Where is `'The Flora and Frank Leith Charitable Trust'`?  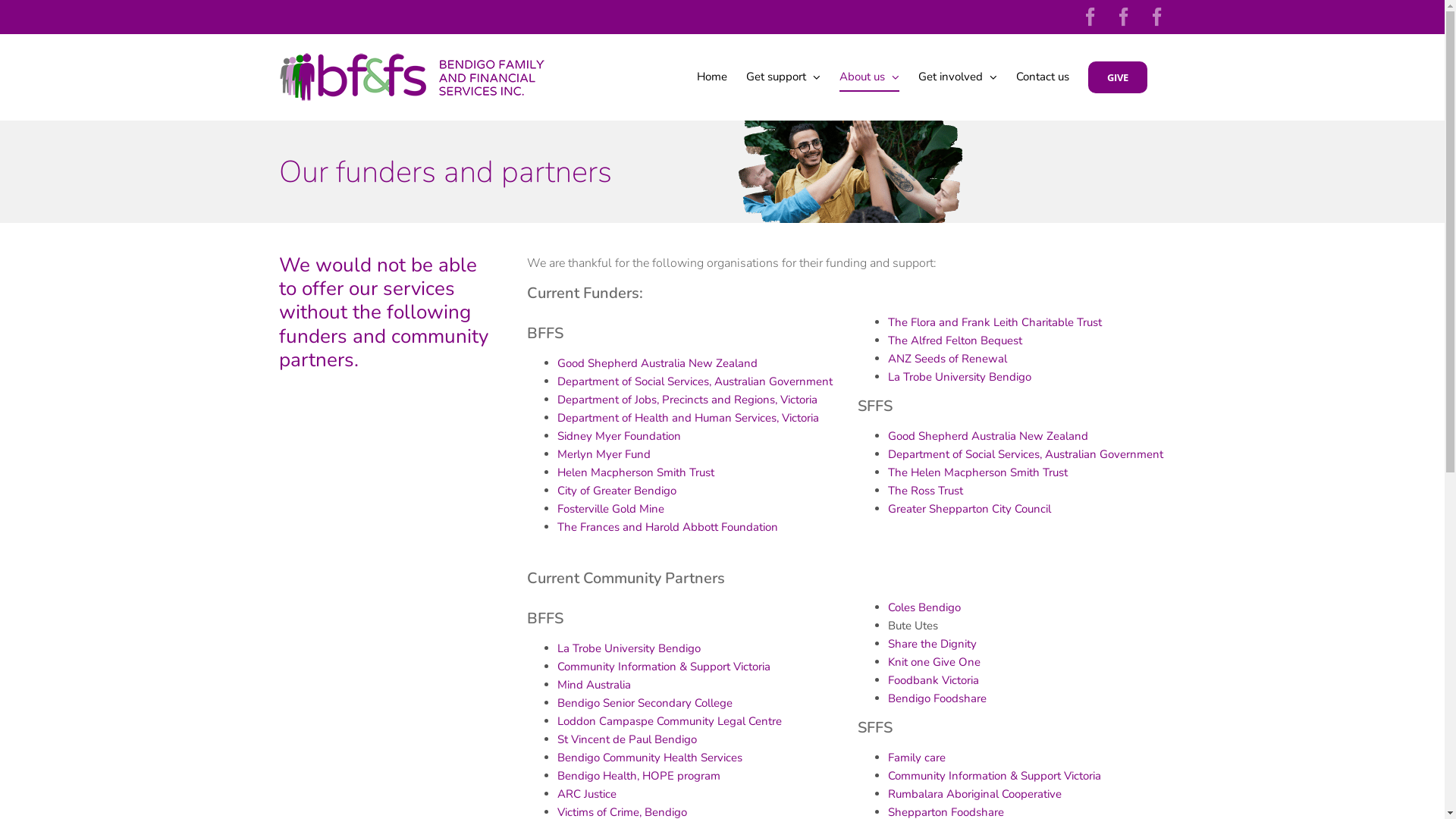
'The Flora and Frank Leith Charitable Trust' is located at coordinates (994, 321).